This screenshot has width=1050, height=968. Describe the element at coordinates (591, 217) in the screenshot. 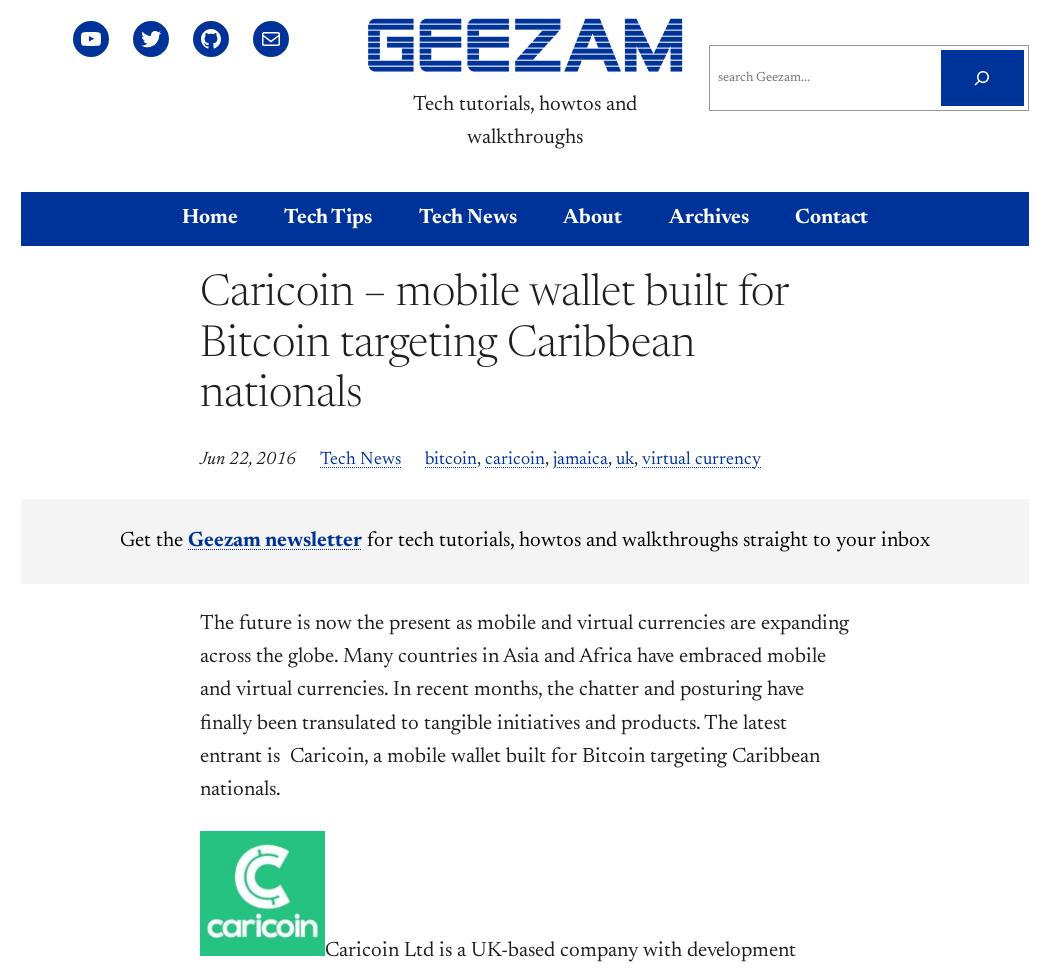

I see `'About'` at that location.